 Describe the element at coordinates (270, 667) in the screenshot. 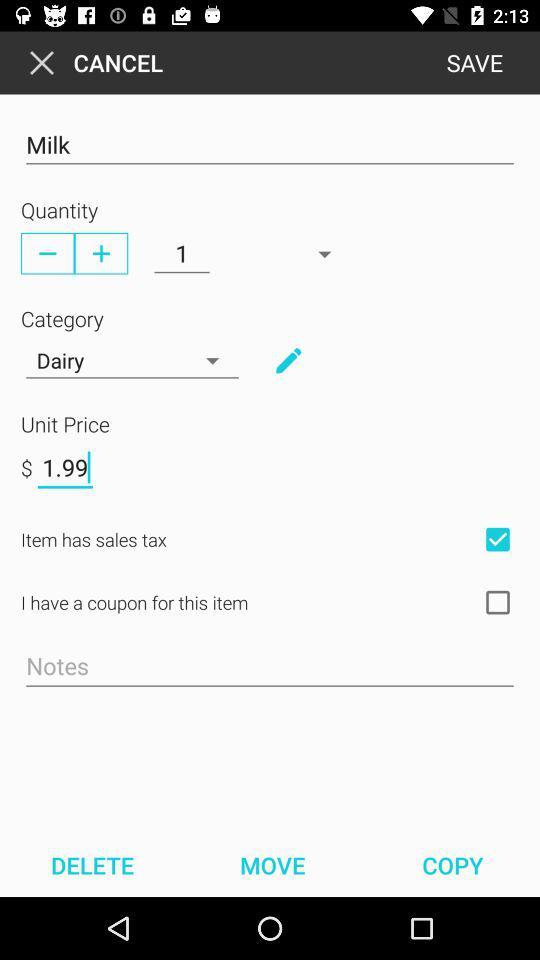

I see `shopping notes` at that location.